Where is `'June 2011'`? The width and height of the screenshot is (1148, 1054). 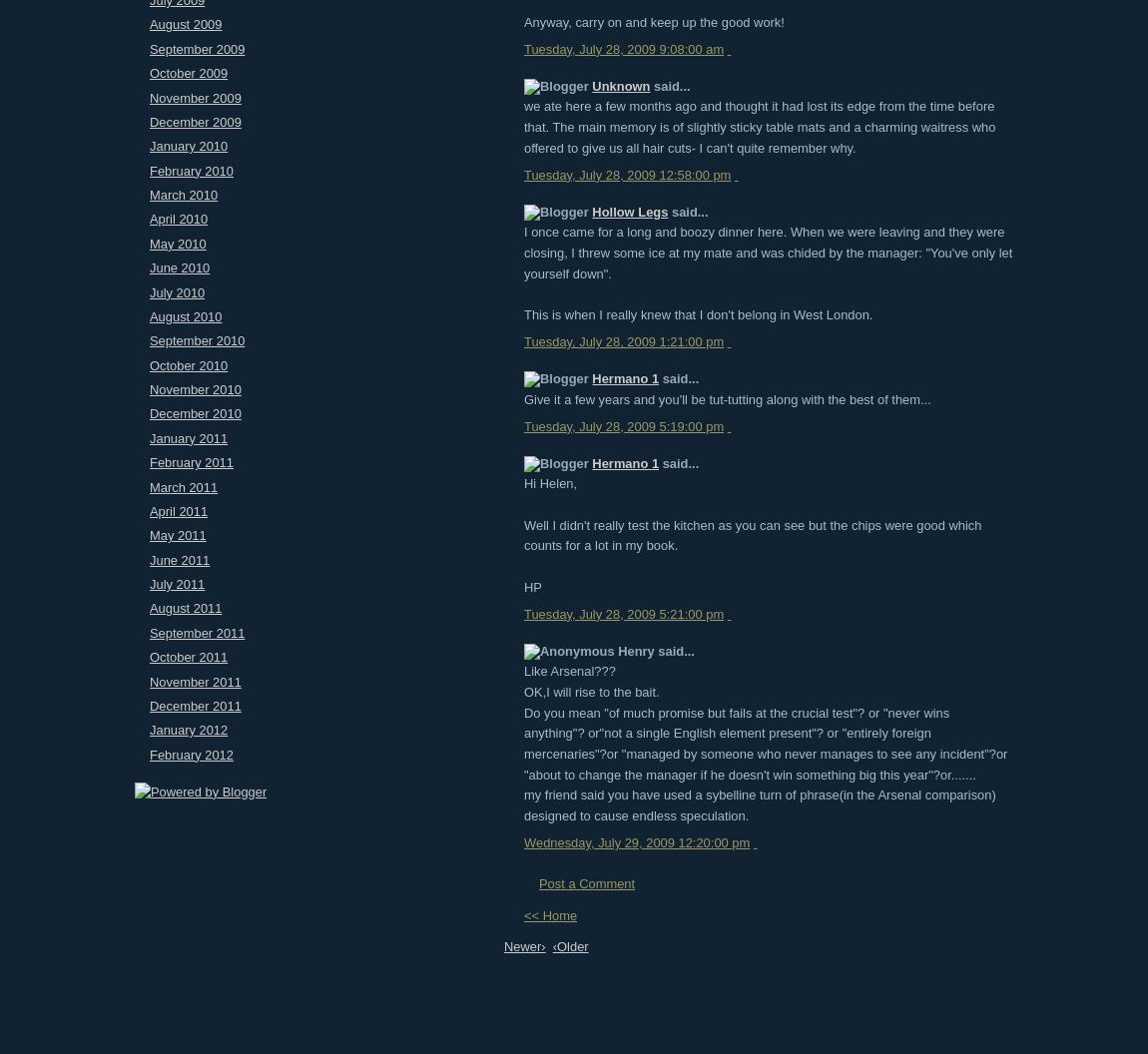 'June 2011' is located at coordinates (178, 559).